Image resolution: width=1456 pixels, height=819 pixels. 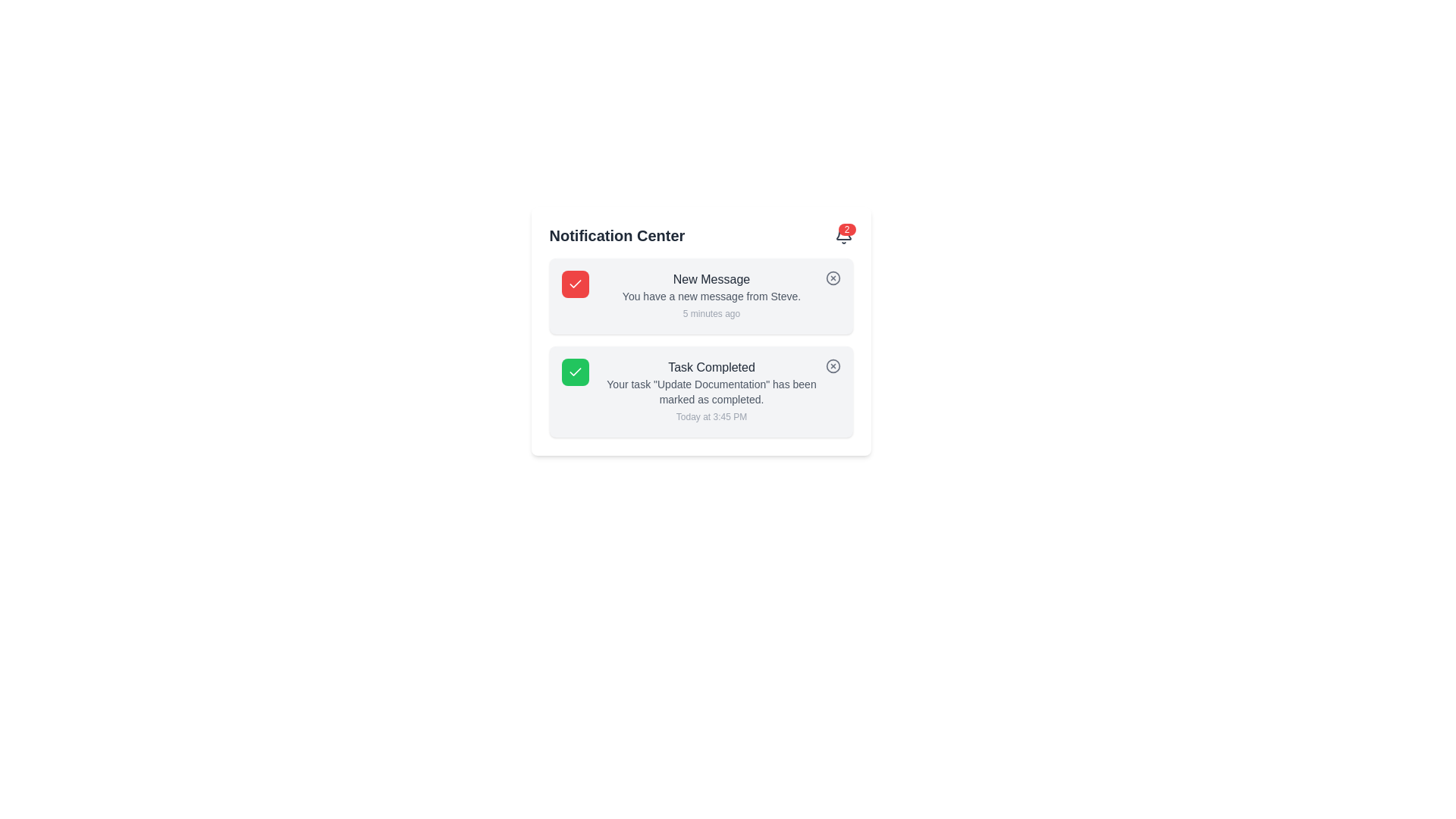 What do you see at coordinates (832, 366) in the screenshot?
I see `the circle element that is part of the second notification entry in the Notification Center, which features a green check icon and text about a completed task` at bounding box center [832, 366].